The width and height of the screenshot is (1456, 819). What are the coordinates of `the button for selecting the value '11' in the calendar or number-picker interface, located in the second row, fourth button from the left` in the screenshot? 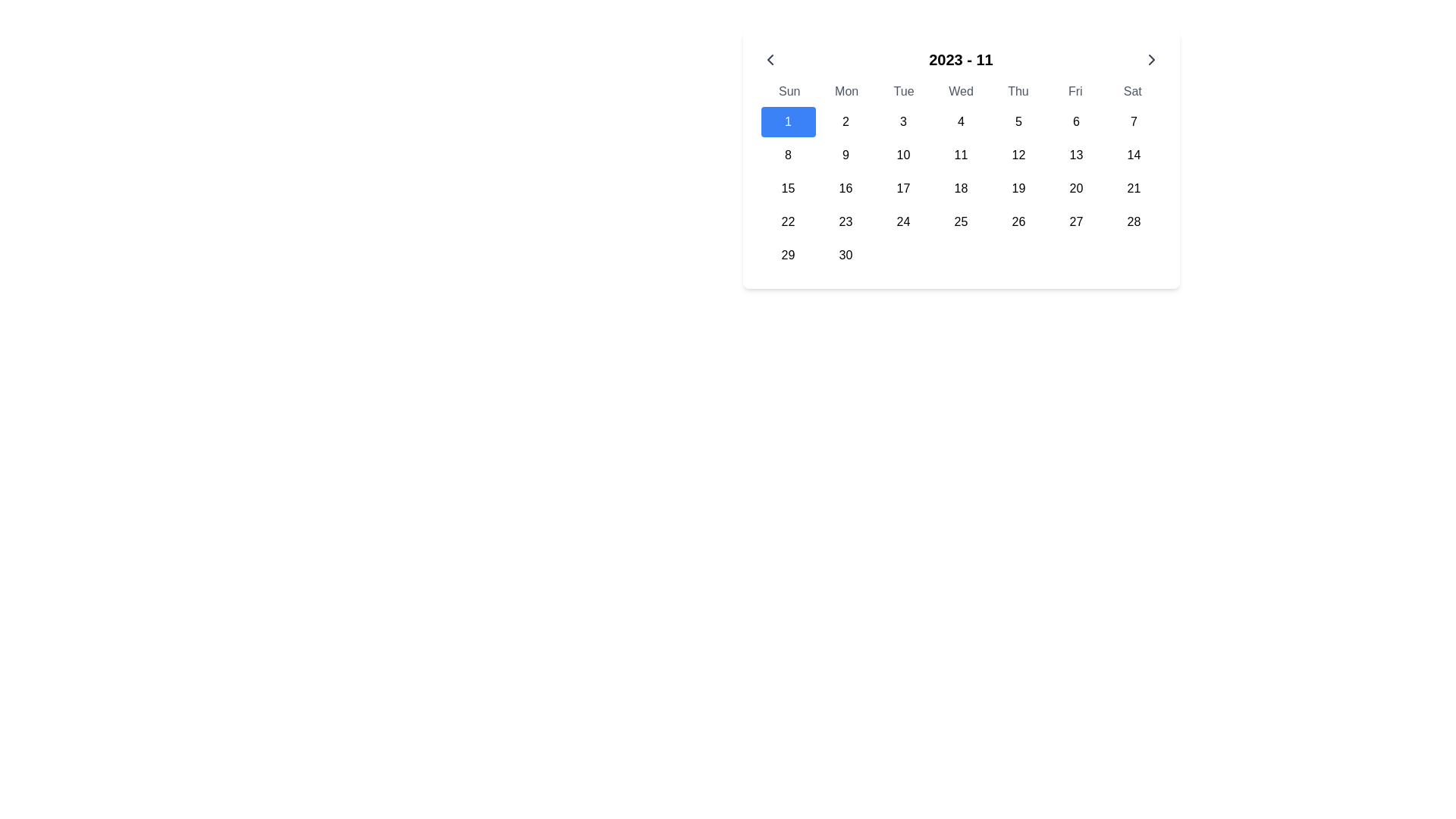 It's located at (960, 155).